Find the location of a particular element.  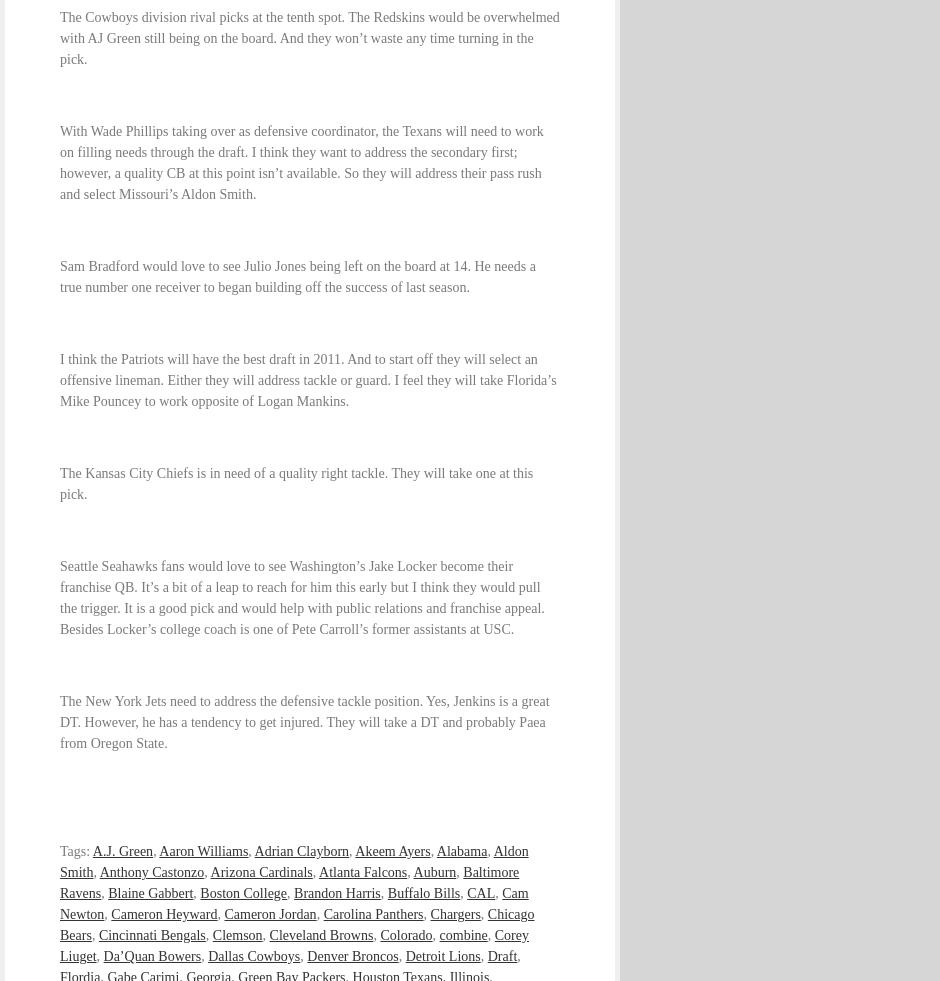

'Carolina Panthers' is located at coordinates (371, 914).